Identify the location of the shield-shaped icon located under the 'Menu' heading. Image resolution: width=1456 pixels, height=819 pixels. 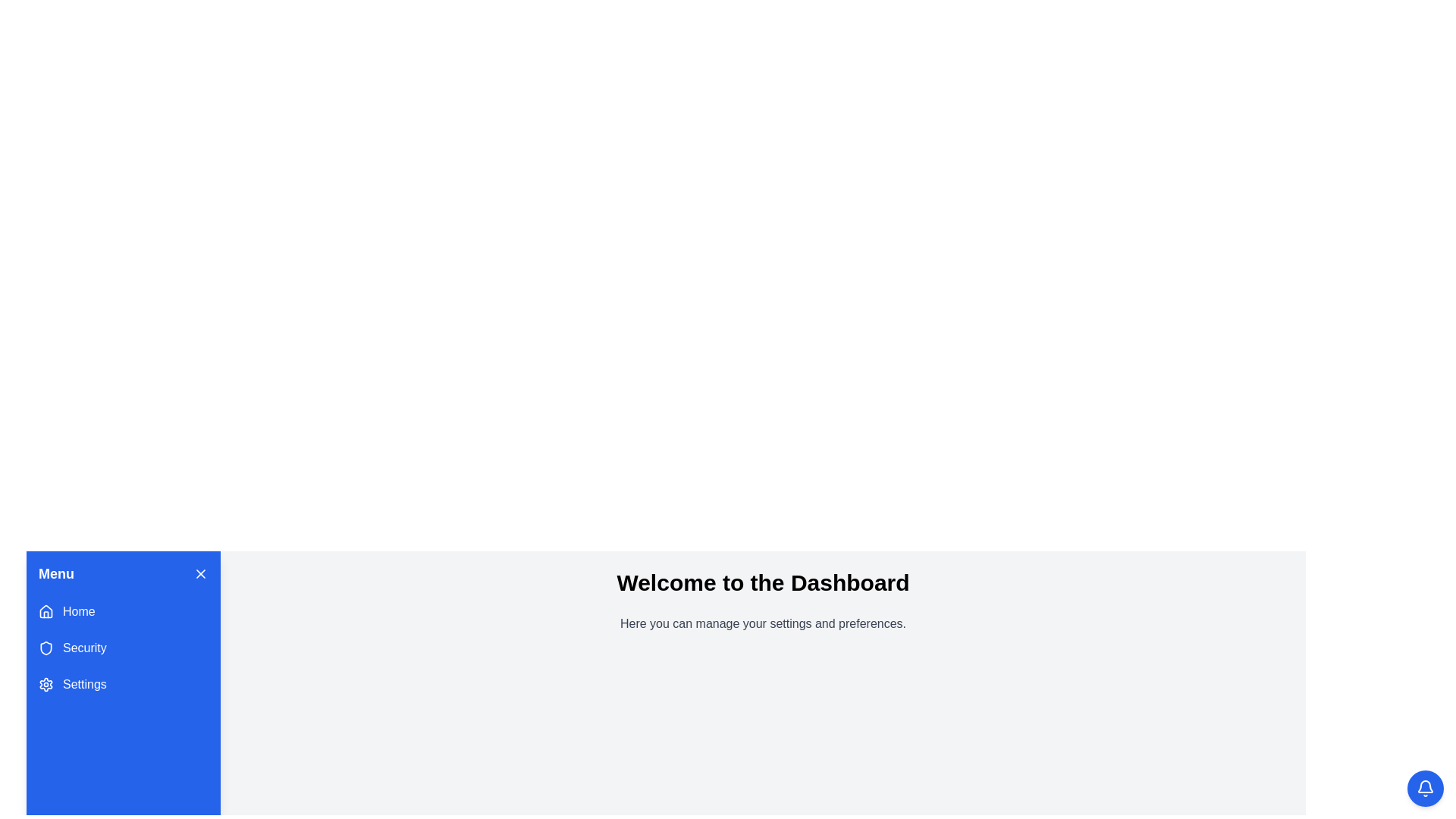
(46, 648).